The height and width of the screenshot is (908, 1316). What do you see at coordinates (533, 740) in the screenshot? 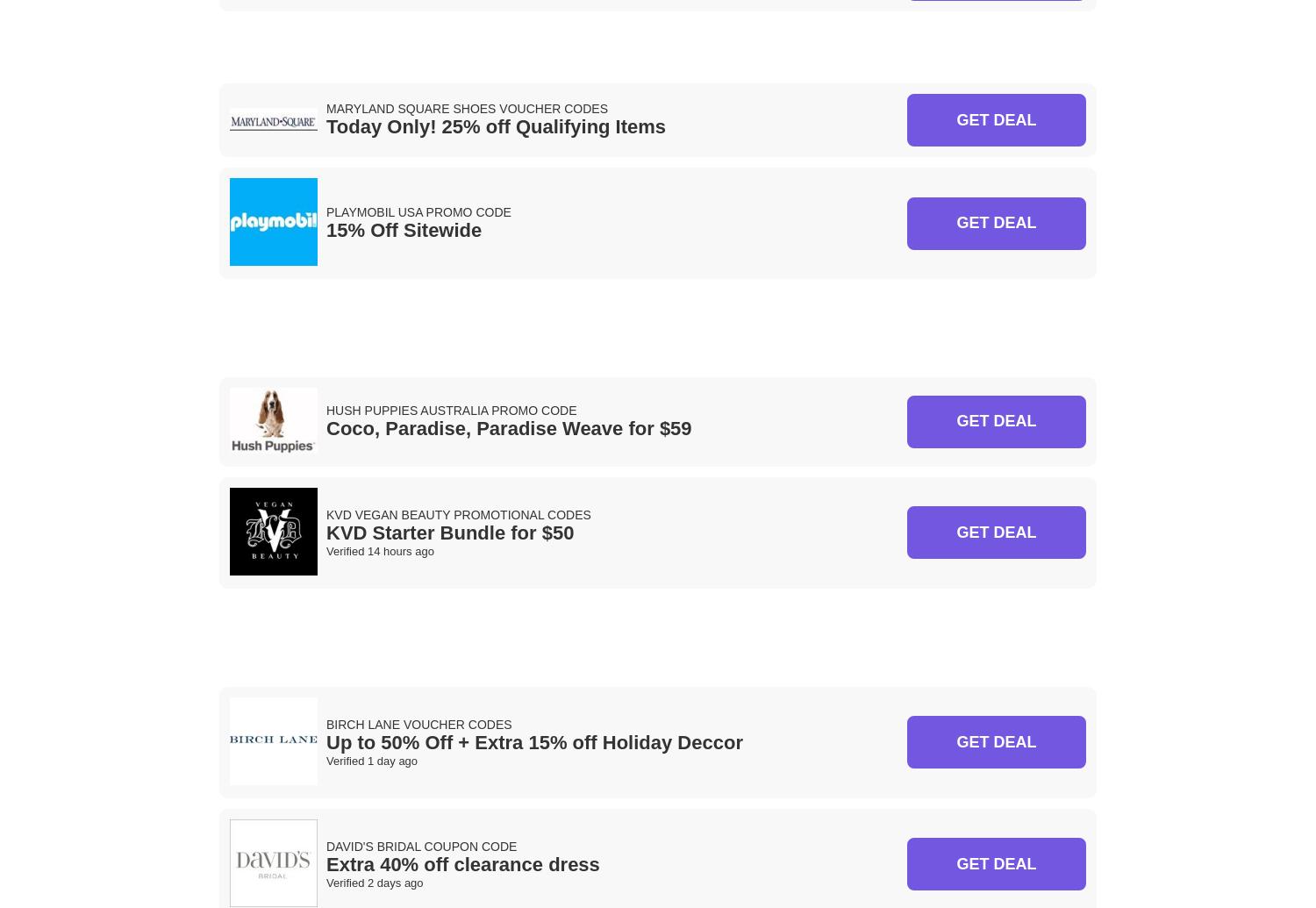
I see `'Up to 50% Off + Extra 15% off Holiday Deccor'` at bounding box center [533, 740].